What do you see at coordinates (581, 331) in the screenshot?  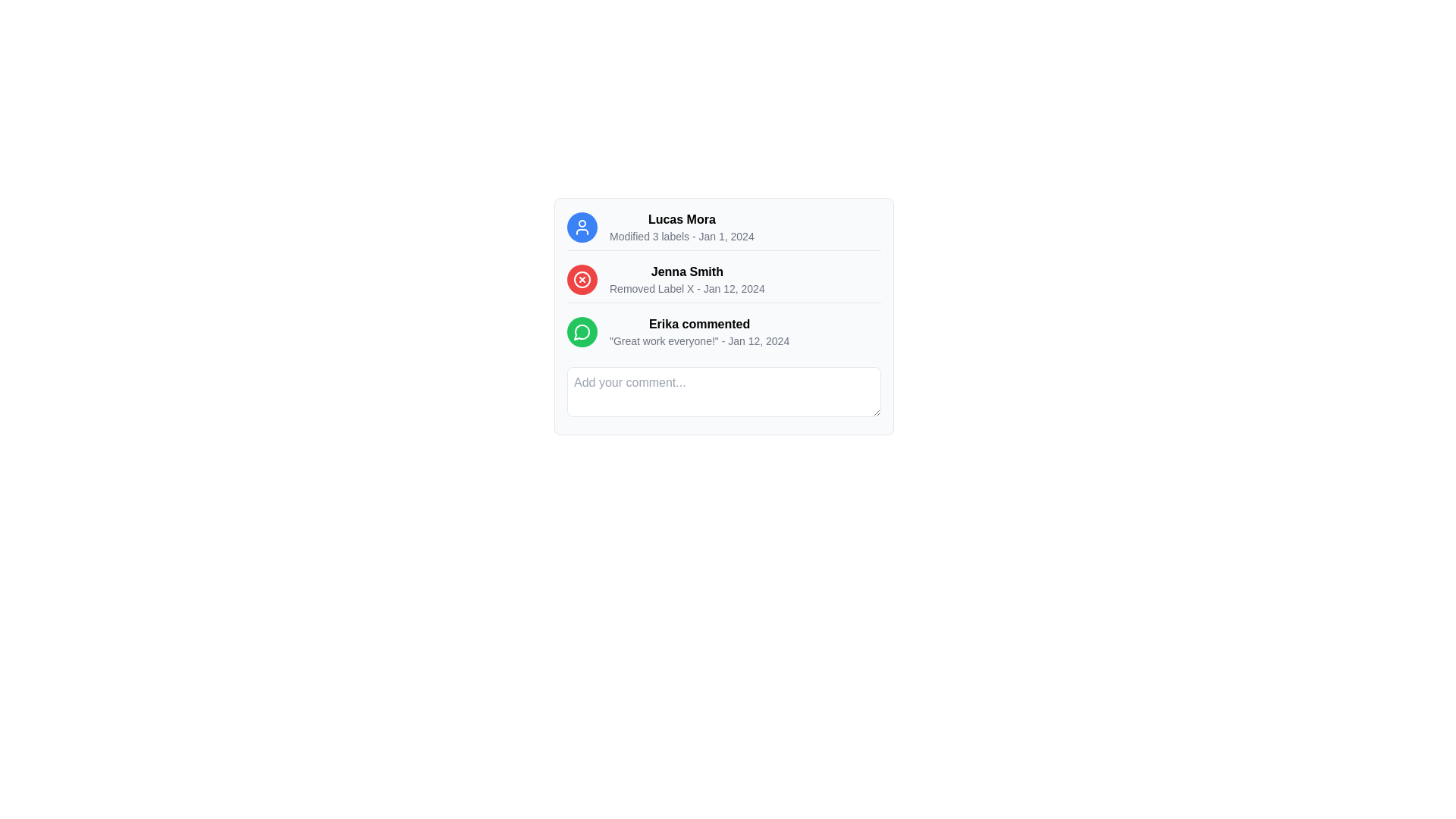 I see `the speech bubble icon that is part of the comment section, located to the left of the text 'Erika commented'` at bounding box center [581, 331].